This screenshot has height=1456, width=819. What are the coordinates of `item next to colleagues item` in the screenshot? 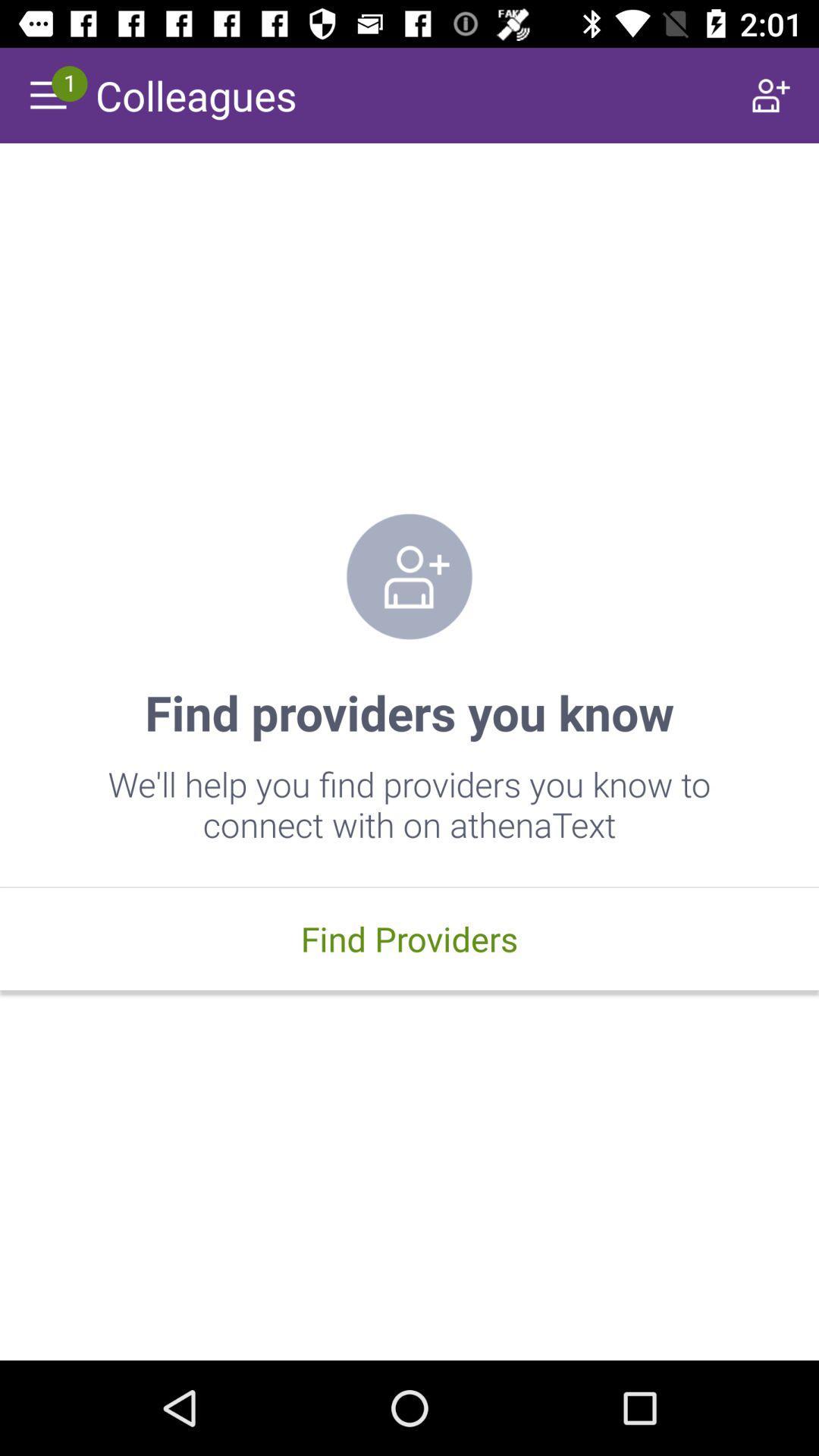 It's located at (771, 94).